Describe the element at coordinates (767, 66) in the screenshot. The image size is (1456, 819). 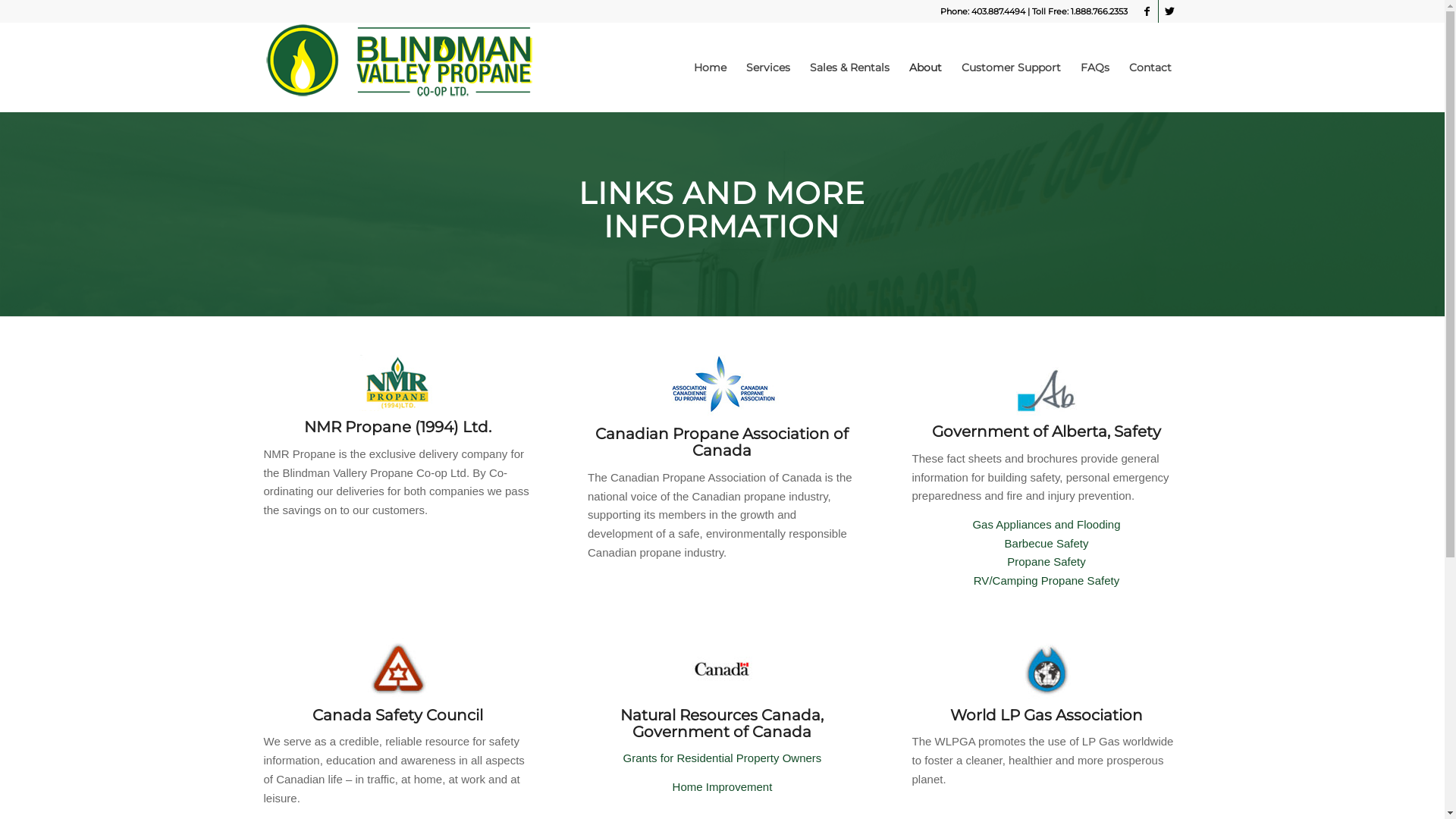
I see `'Services'` at that location.